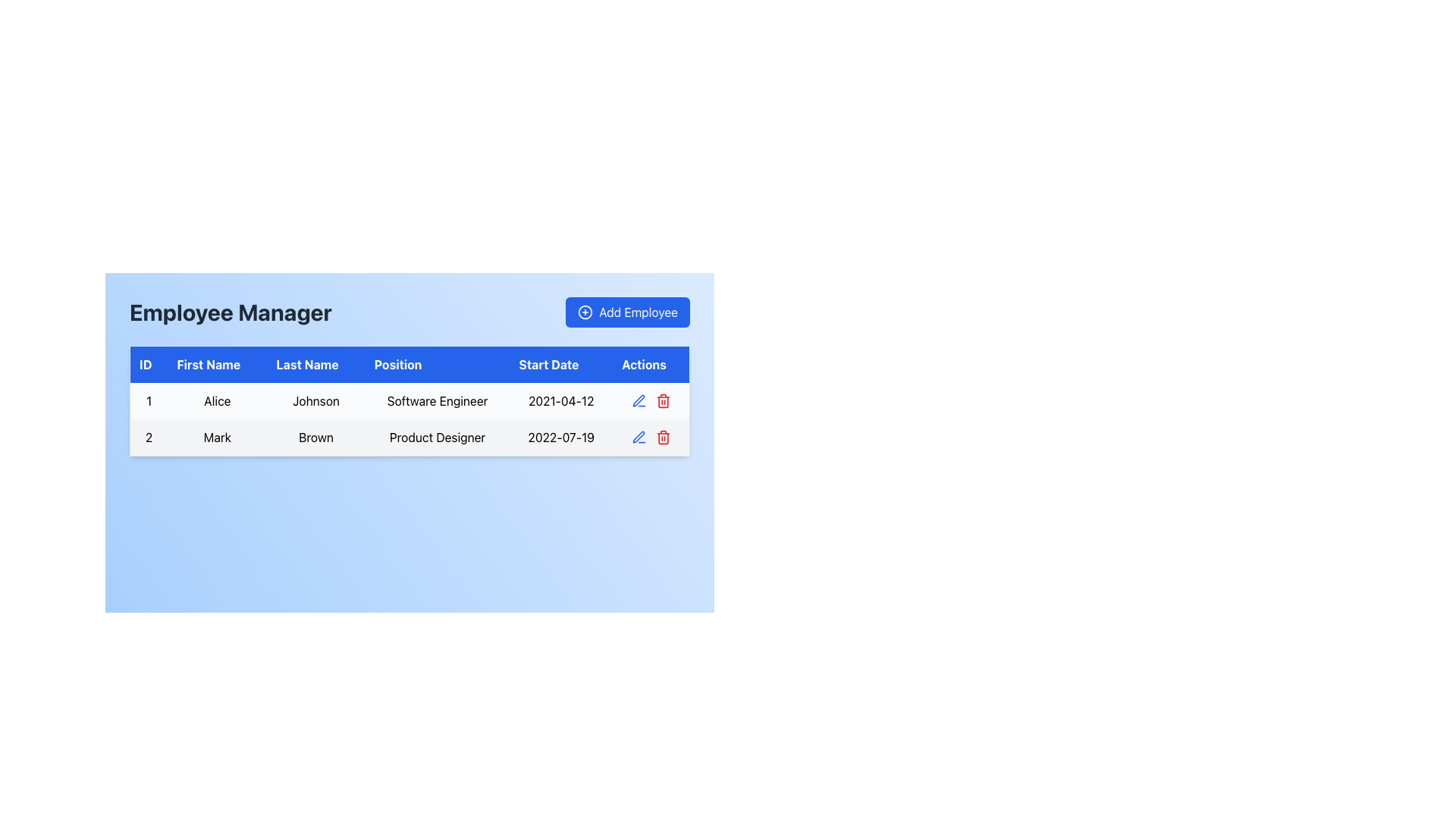 This screenshot has width=1456, height=819. Describe the element at coordinates (216, 400) in the screenshot. I see `the text label displaying 'Alice' in the 'First Name' column of the table` at that location.